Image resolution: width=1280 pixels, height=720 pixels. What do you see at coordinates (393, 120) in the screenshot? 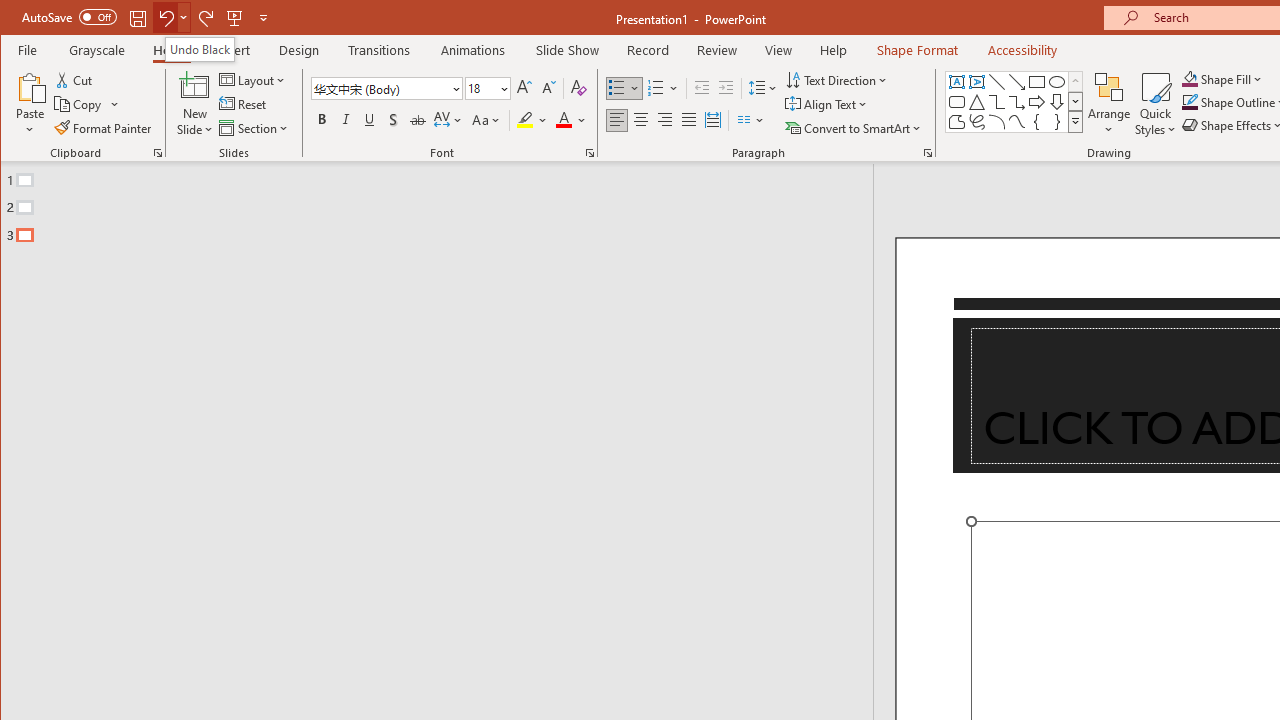
I see `'Shadow'` at bounding box center [393, 120].